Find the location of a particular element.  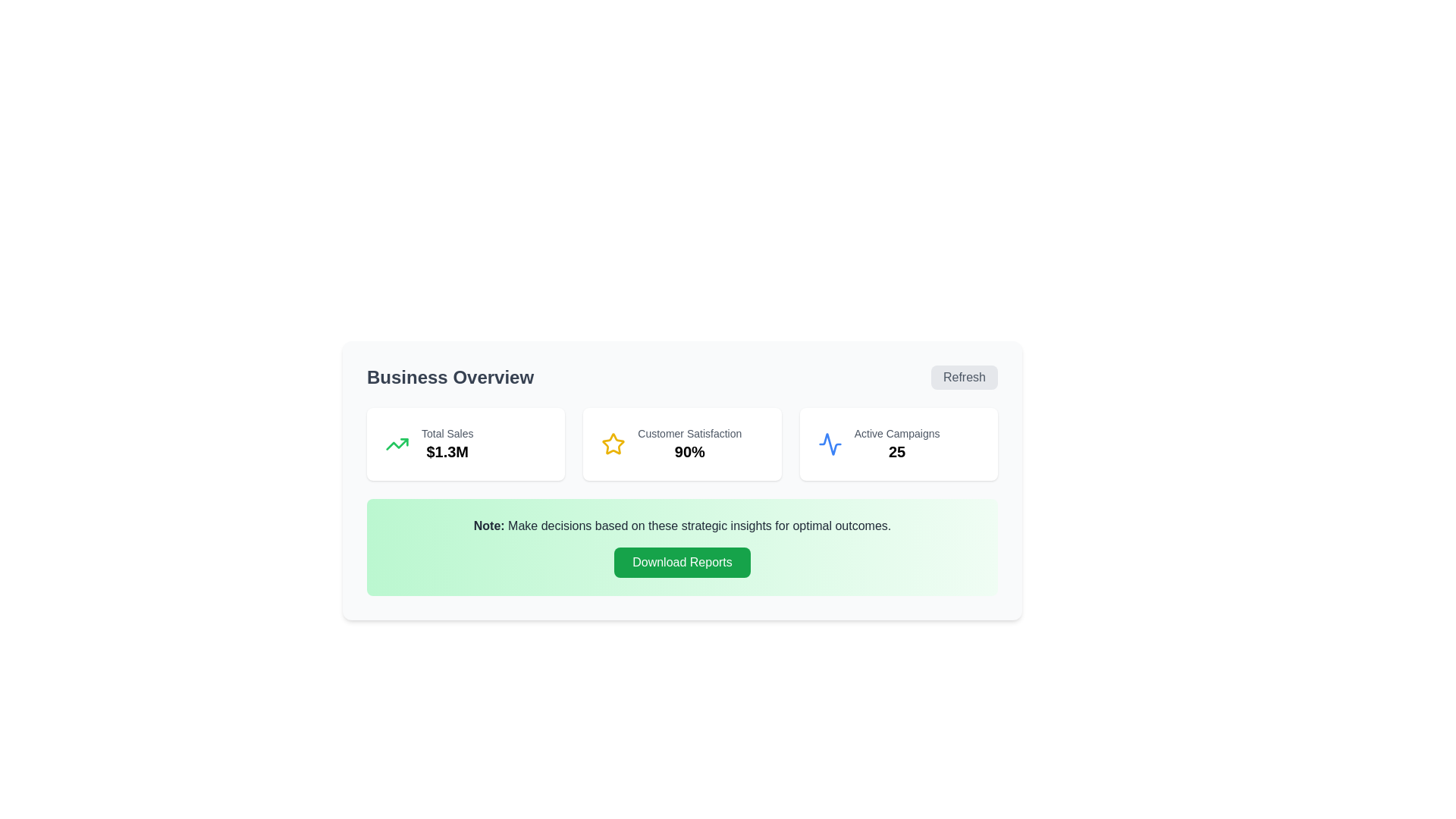

static text label indicating that the '$1.3M' value represents total sales, located at the top of the leftmost card in the 'Business Overview' section is located at coordinates (447, 433).